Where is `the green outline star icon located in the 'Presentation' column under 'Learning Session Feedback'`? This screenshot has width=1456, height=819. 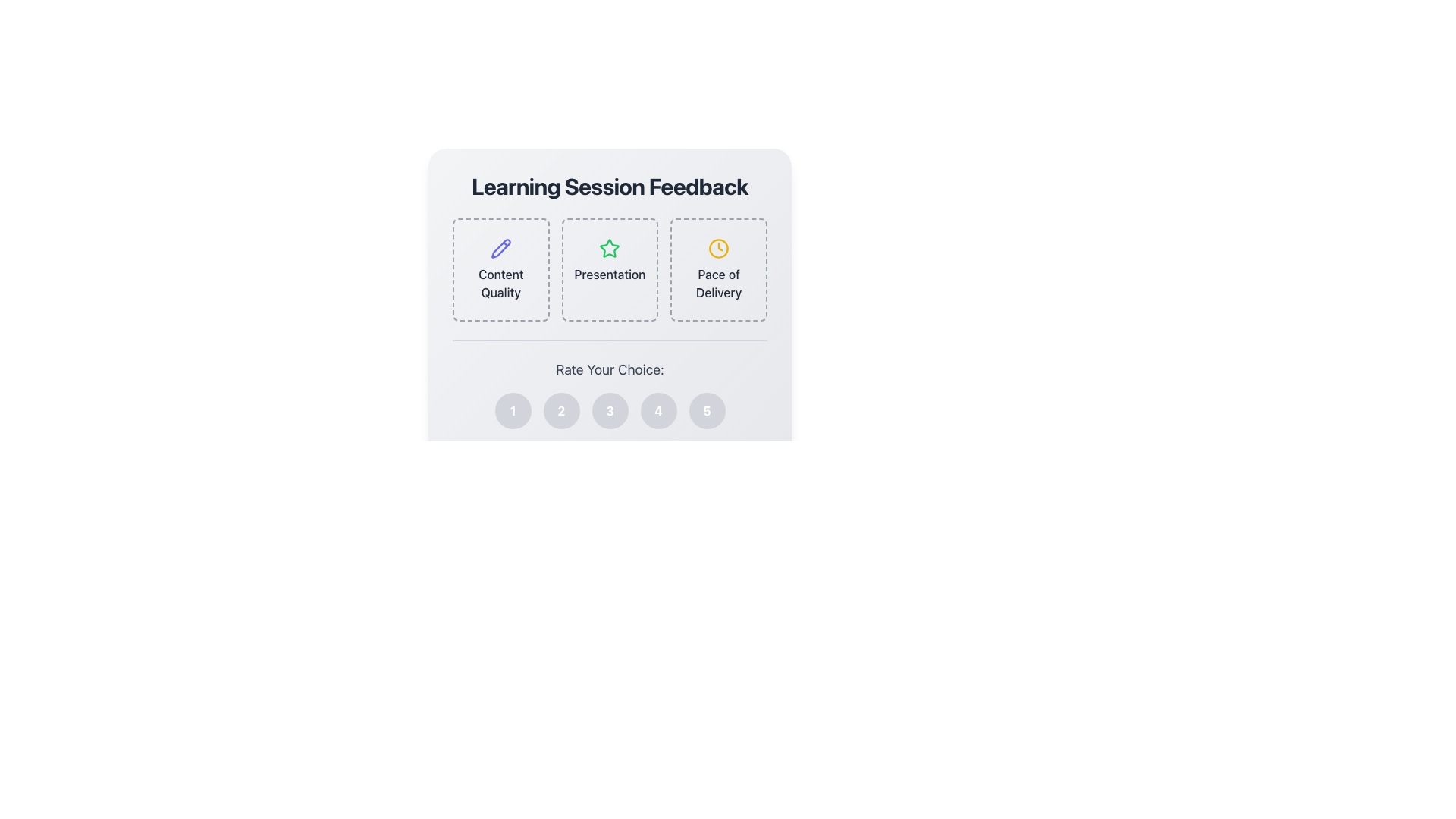 the green outline star icon located in the 'Presentation' column under 'Learning Session Feedback' is located at coordinates (610, 247).